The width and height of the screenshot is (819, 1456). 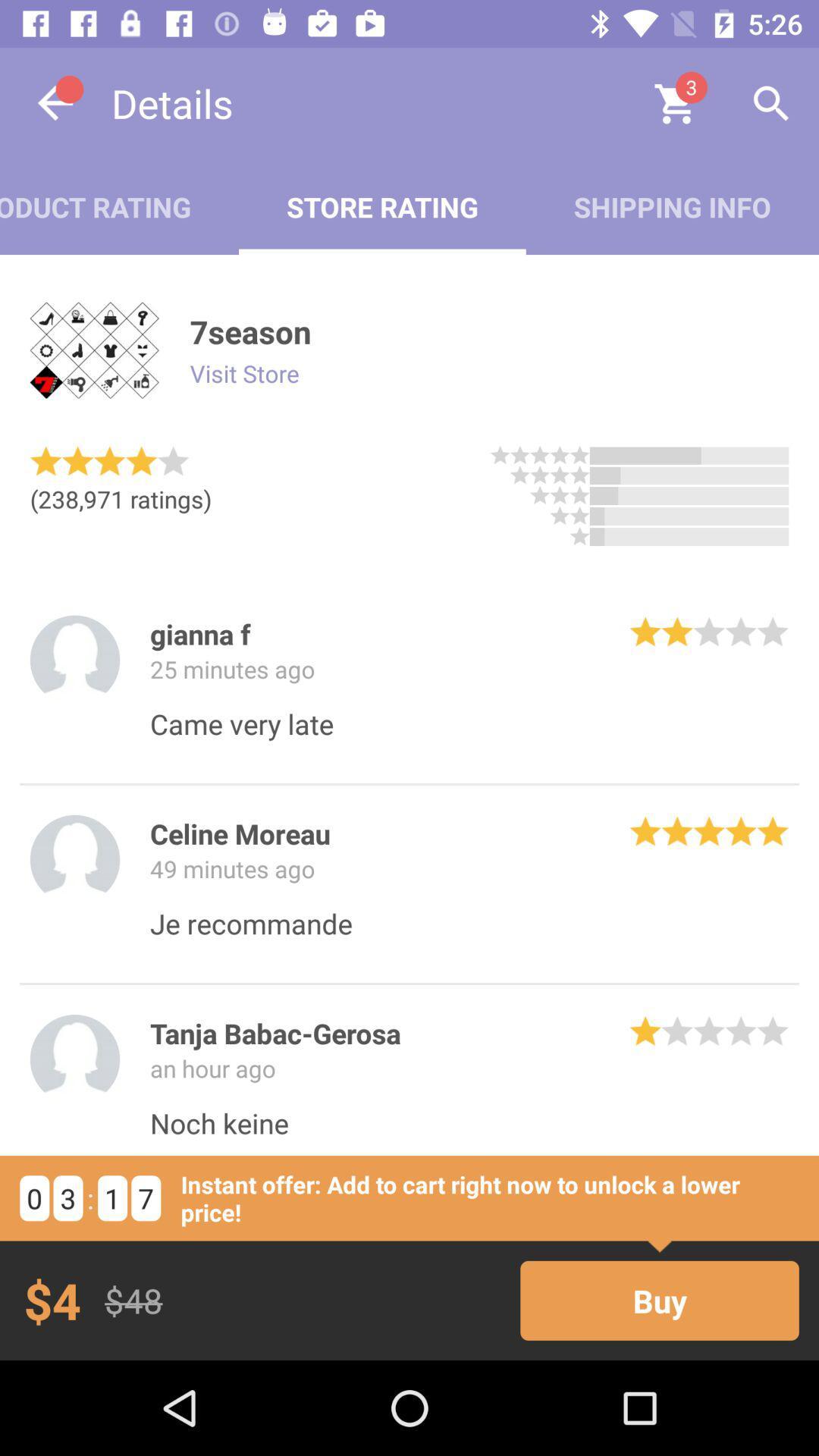 What do you see at coordinates (55, 102) in the screenshot?
I see `the icon next to the details item` at bounding box center [55, 102].